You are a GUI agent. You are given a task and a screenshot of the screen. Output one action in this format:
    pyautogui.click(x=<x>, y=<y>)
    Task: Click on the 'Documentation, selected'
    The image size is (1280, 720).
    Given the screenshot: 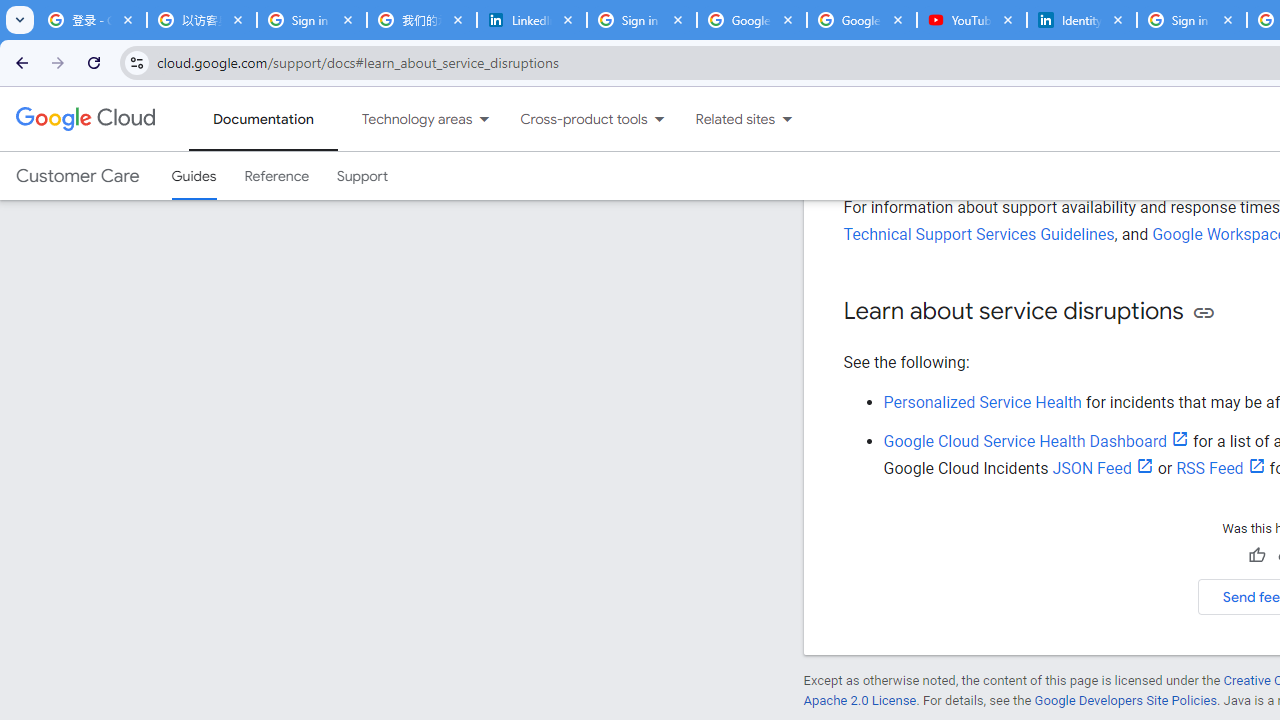 What is the action you would take?
    pyautogui.click(x=262, y=119)
    